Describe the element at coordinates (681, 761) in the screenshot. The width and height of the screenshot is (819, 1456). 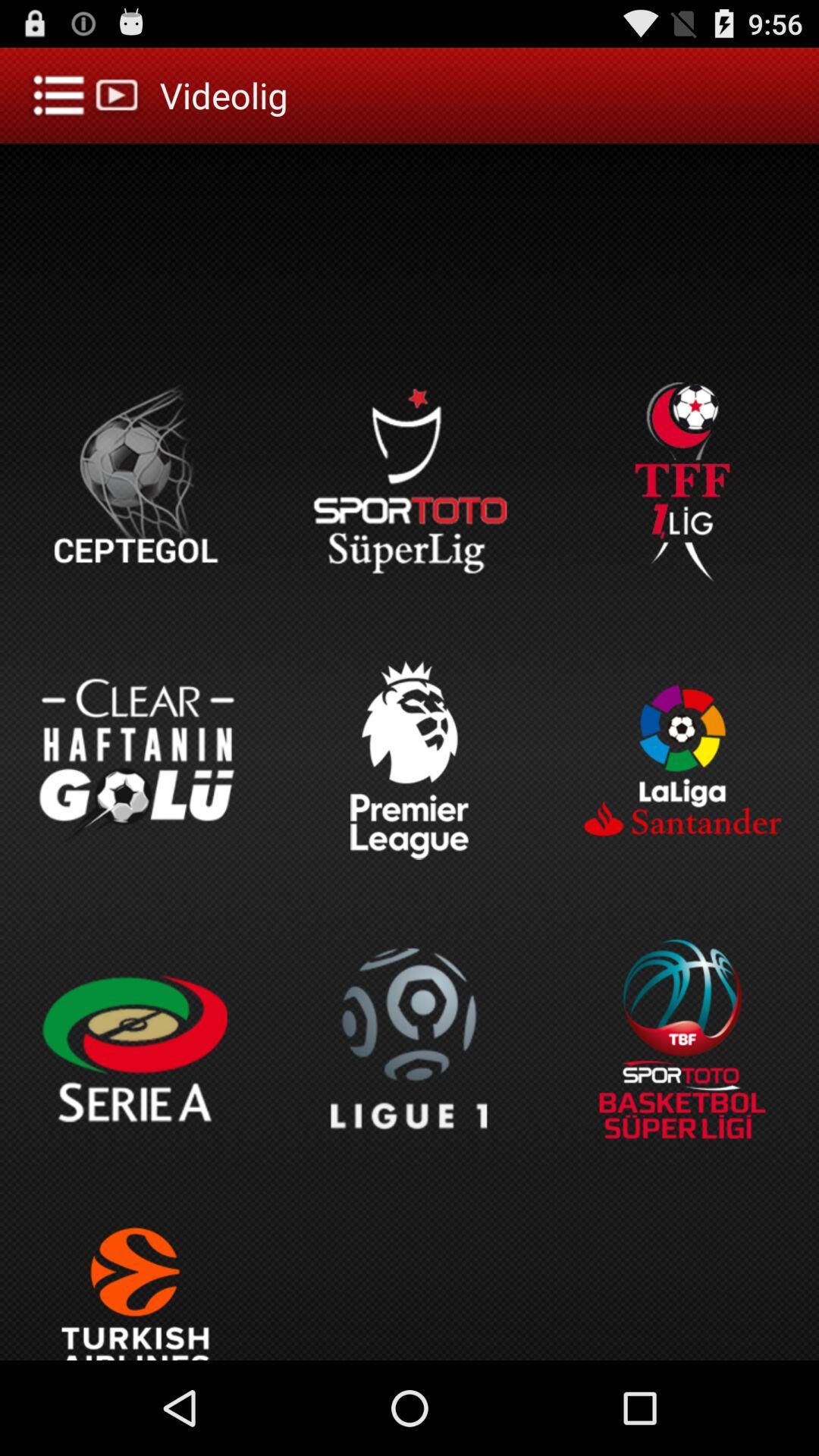
I see `the logo beside the right  premier league` at that location.